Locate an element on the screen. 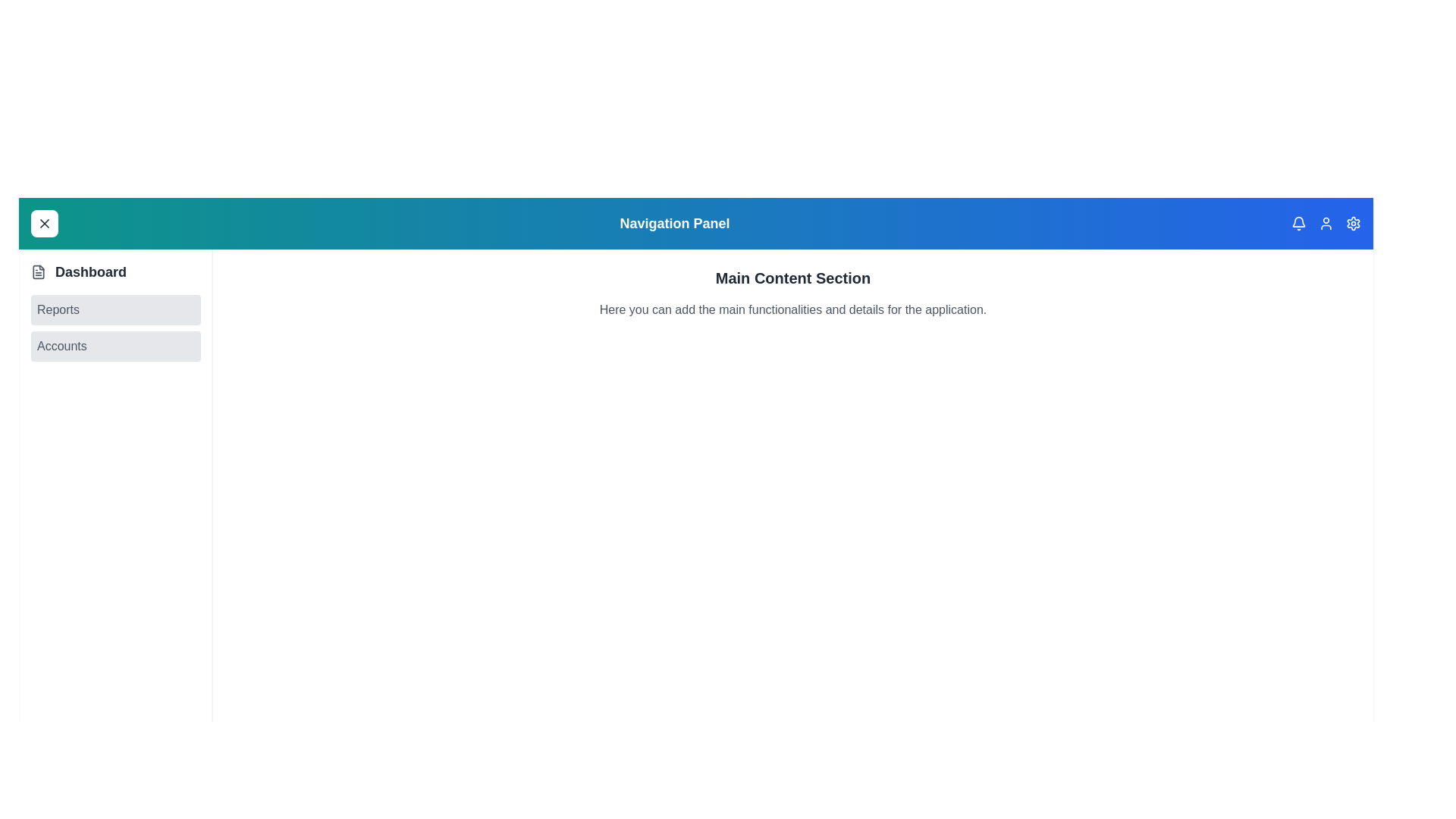 The height and width of the screenshot is (819, 1456). the settings cogwheel icon located in the top-right corner of the navigation bar is located at coordinates (1354, 223).